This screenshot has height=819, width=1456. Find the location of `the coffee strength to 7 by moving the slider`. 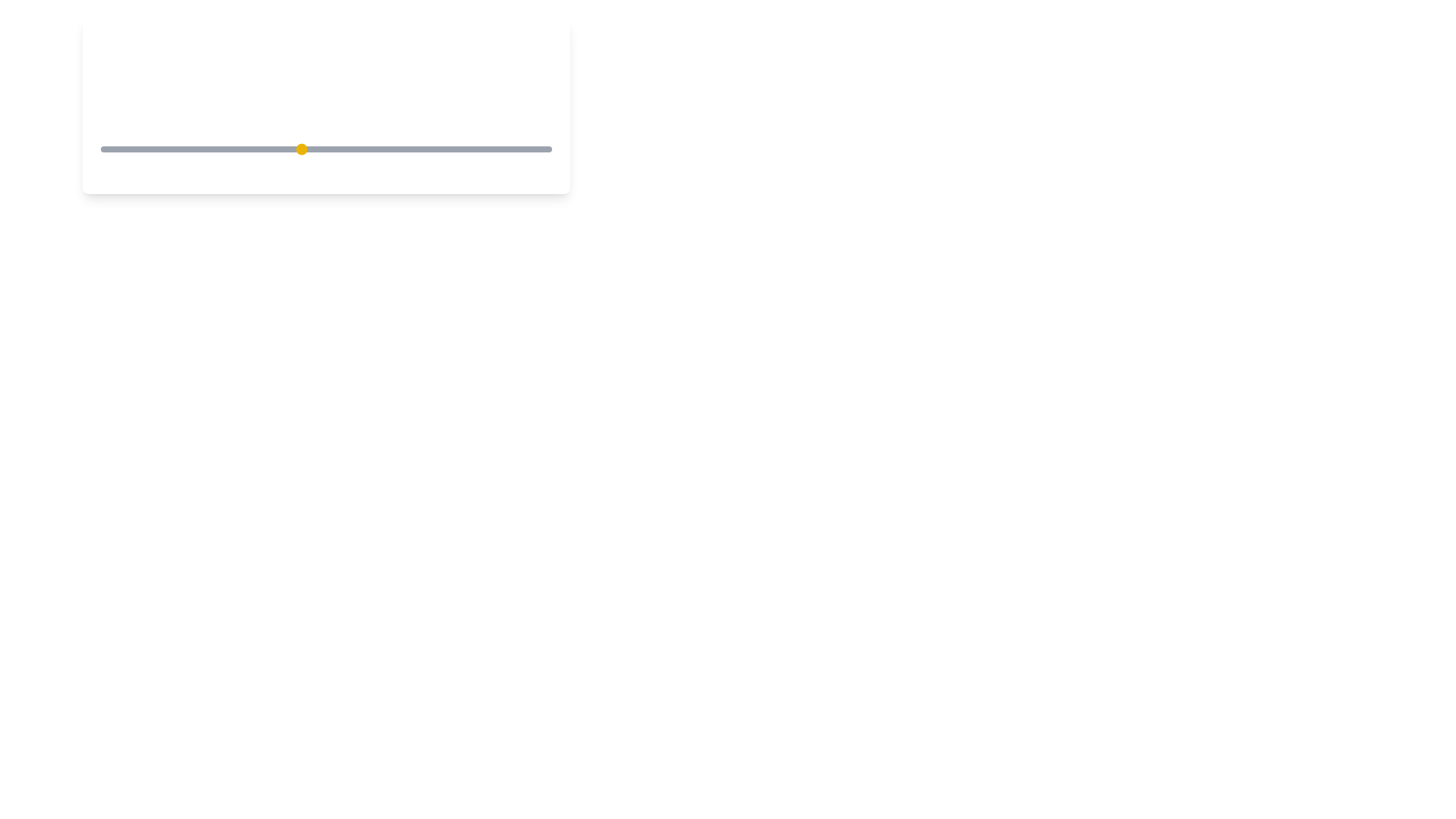

the coffee strength to 7 by moving the slider is located at coordinates (401, 149).